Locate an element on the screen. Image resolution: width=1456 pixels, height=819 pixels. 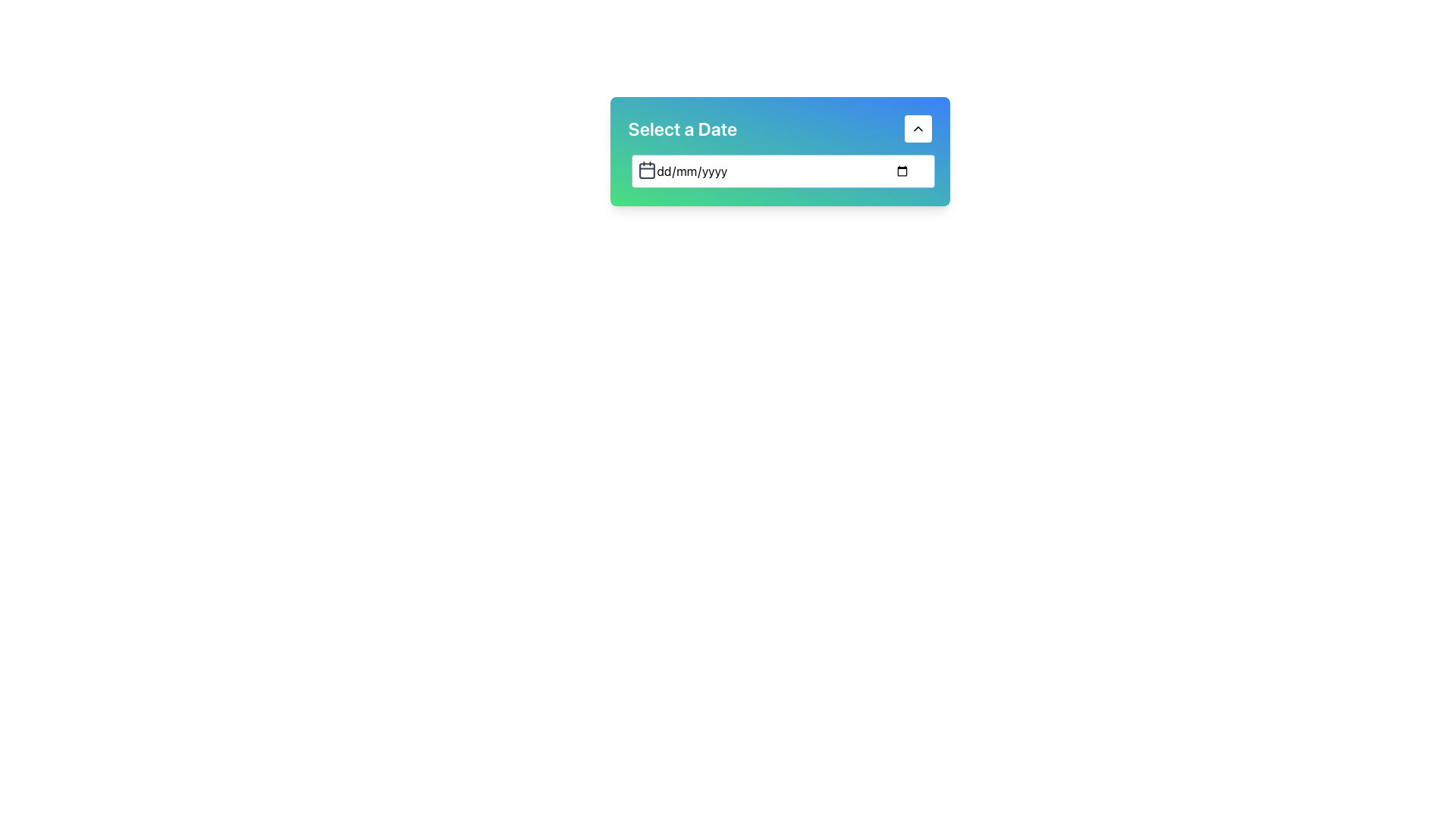
the upward chevron icon button located in the top-right corner of the date-picker interface is located at coordinates (917, 127).